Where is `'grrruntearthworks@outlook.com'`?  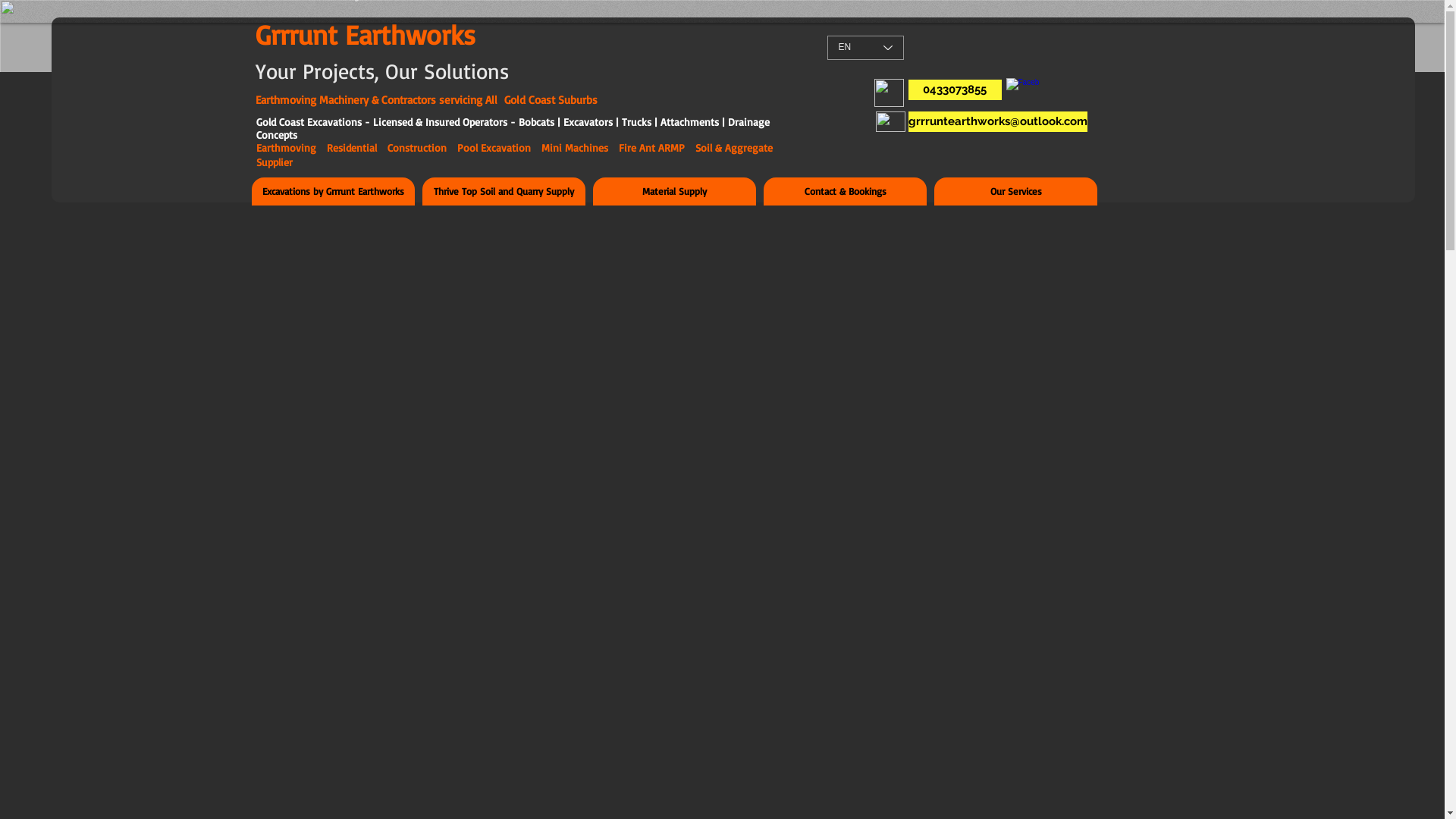
'grrruntearthworks@outlook.com' is located at coordinates (997, 121).